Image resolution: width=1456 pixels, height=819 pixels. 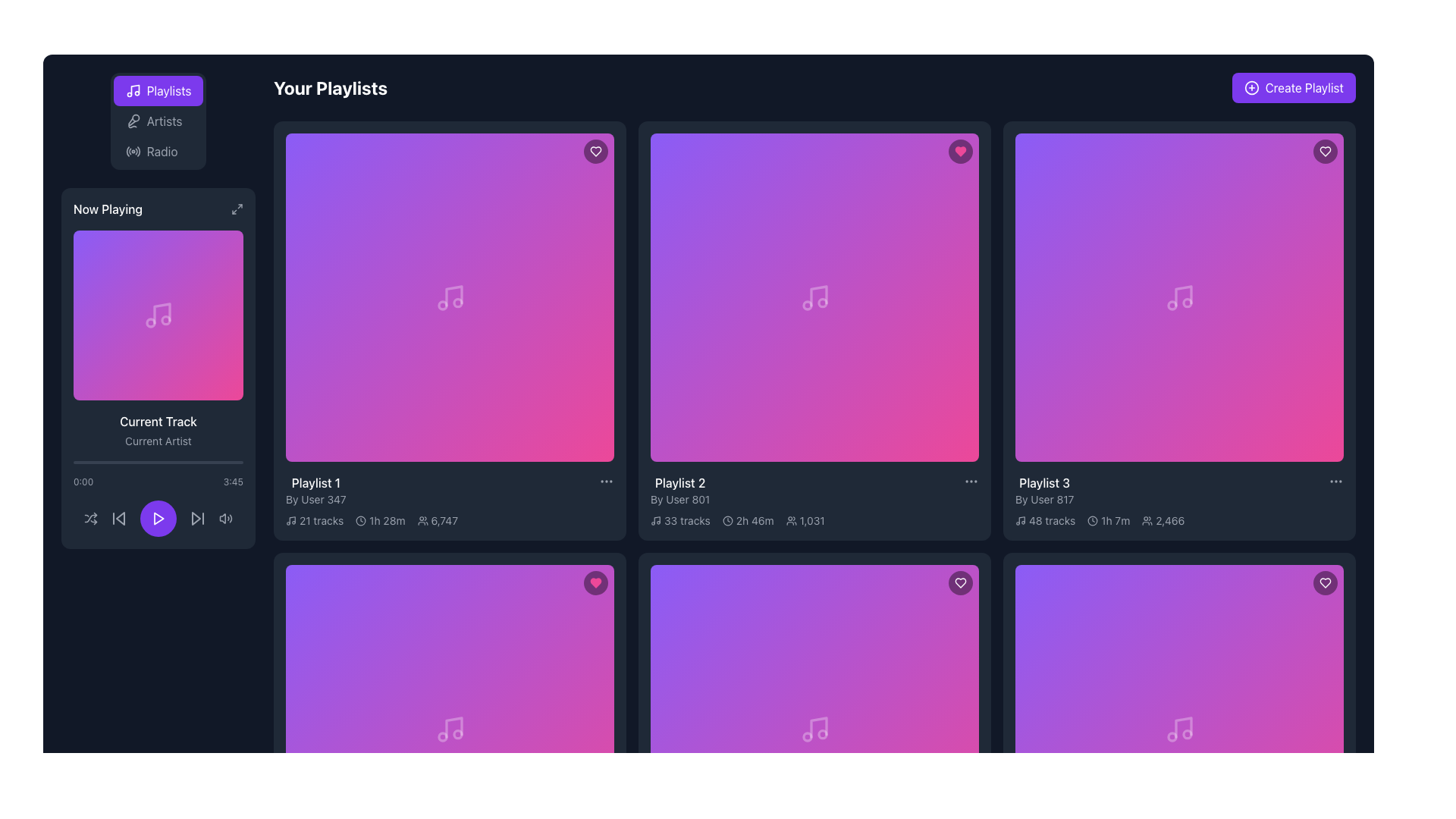 What do you see at coordinates (127, 152) in the screenshot?
I see `the graphical curve resembling a portion of a circular arc located near the top left corner of a circular graphic` at bounding box center [127, 152].